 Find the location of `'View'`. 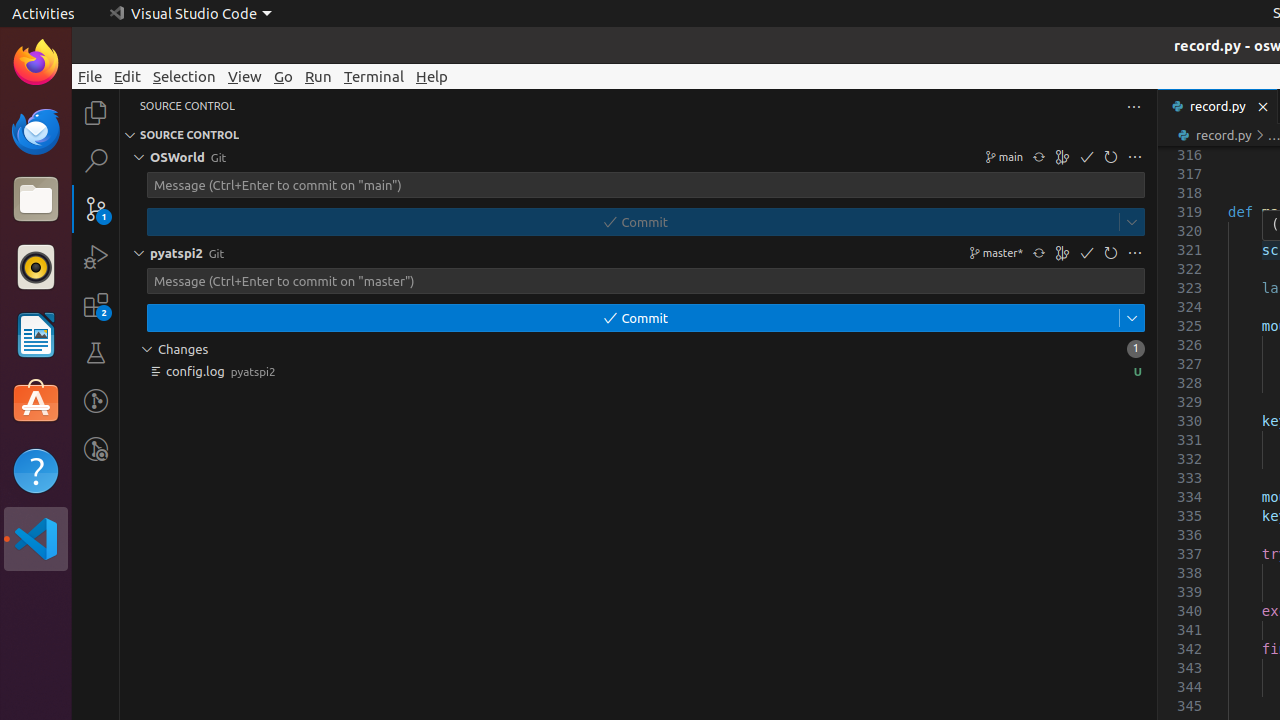

'View' is located at coordinates (243, 75).